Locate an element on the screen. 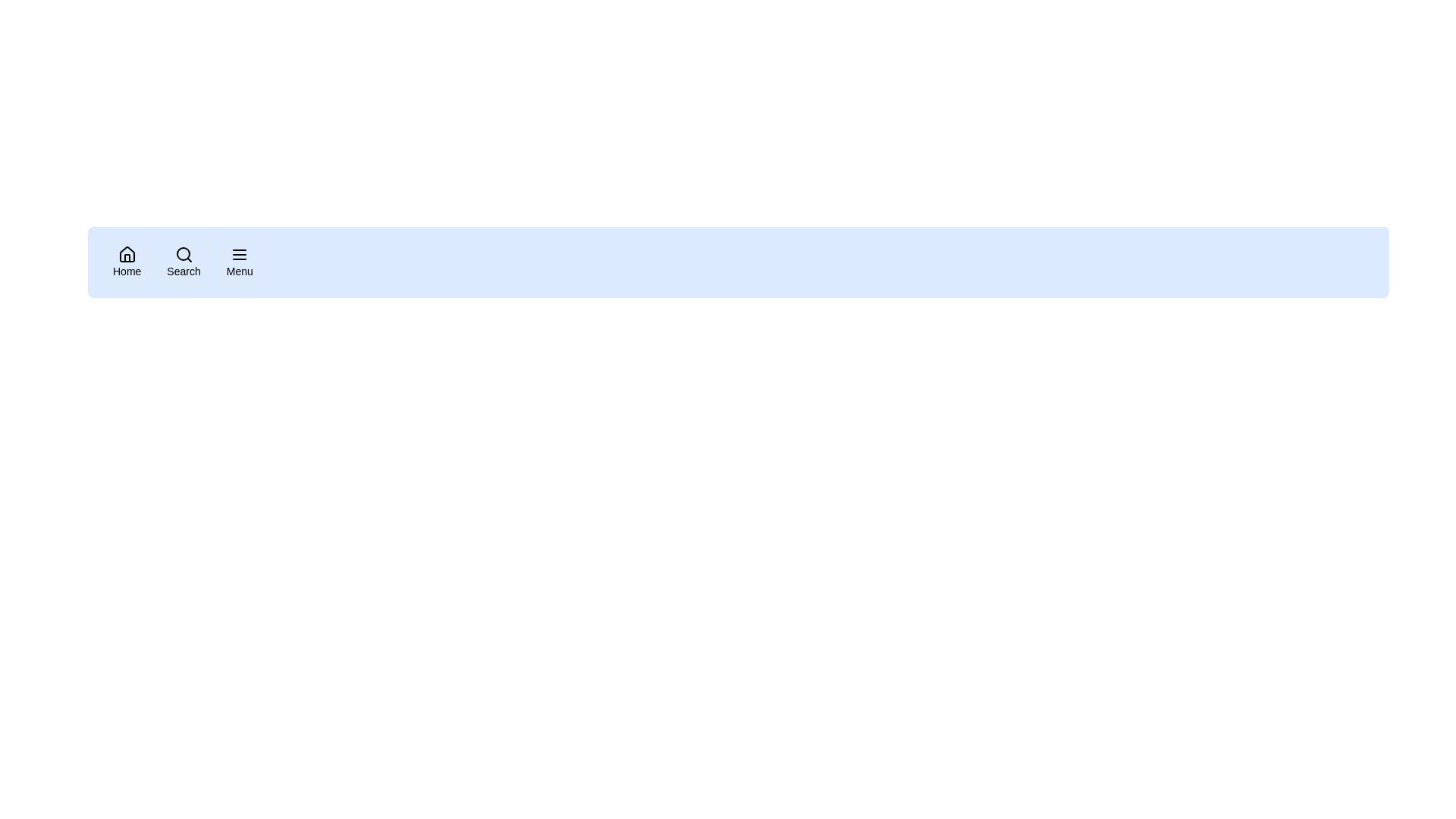 The image size is (1456, 819). the 'Home' navigation icon located on the leftmost side of the horizontal navigation bar is located at coordinates (127, 253).